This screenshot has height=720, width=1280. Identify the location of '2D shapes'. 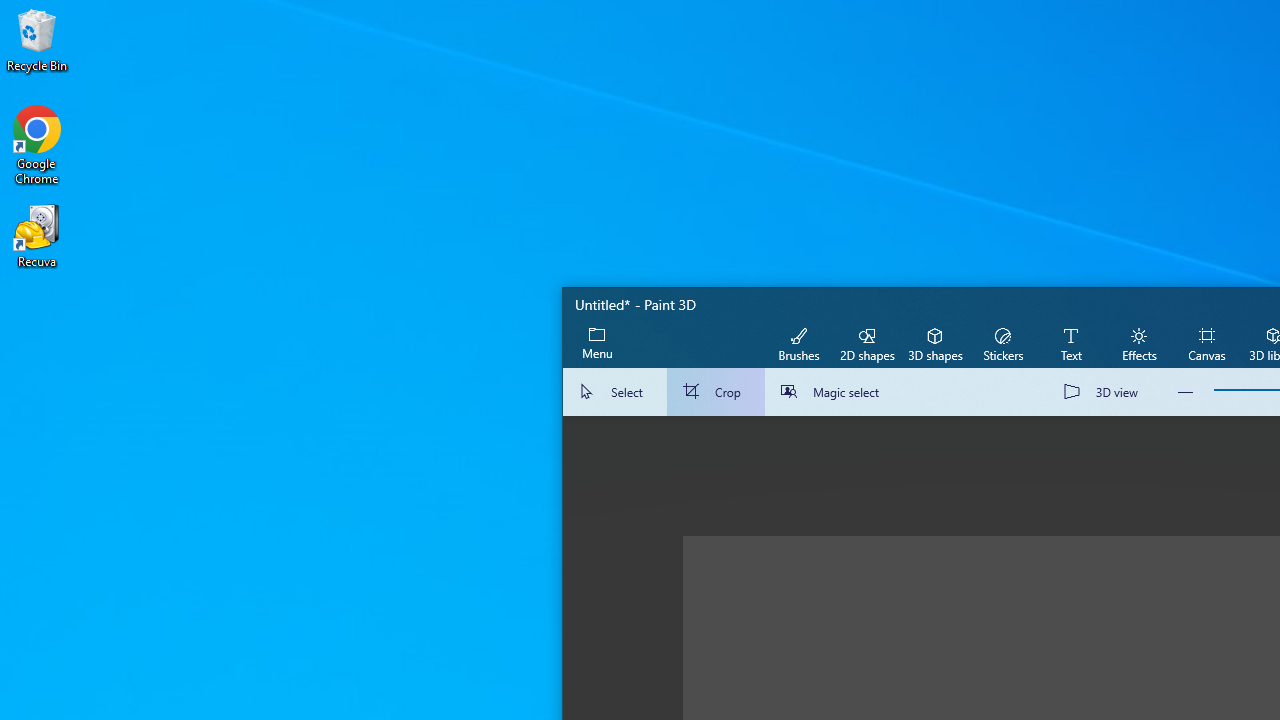
(867, 342).